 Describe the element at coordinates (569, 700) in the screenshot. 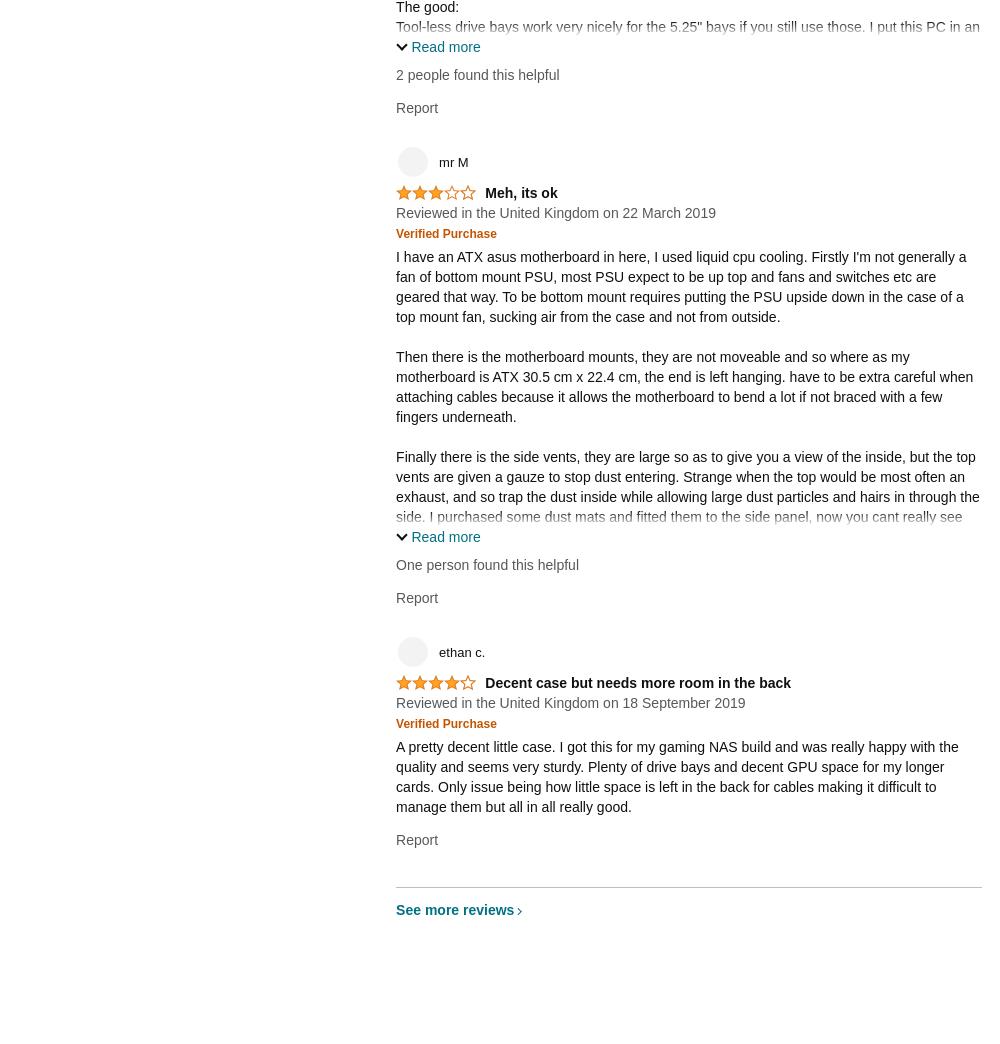

I see `'Reviewed in the United Kingdom on 18 September 2019'` at that location.